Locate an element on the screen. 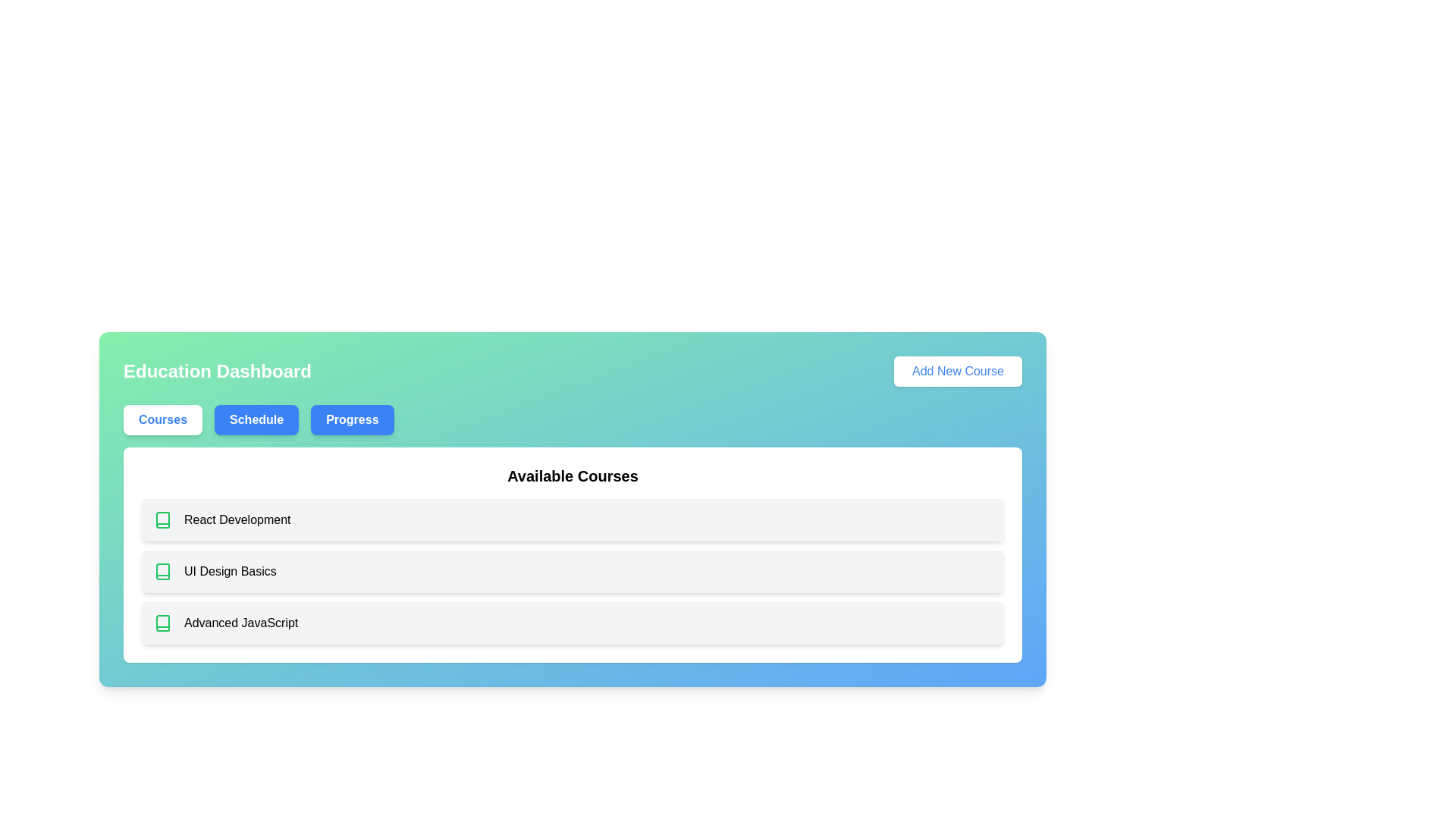 The width and height of the screenshot is (1456, 819). the 'Add New Course' button located in the top-right corner of the educational dashboard to initiate the course addition process is located at coordinates (957, 371).